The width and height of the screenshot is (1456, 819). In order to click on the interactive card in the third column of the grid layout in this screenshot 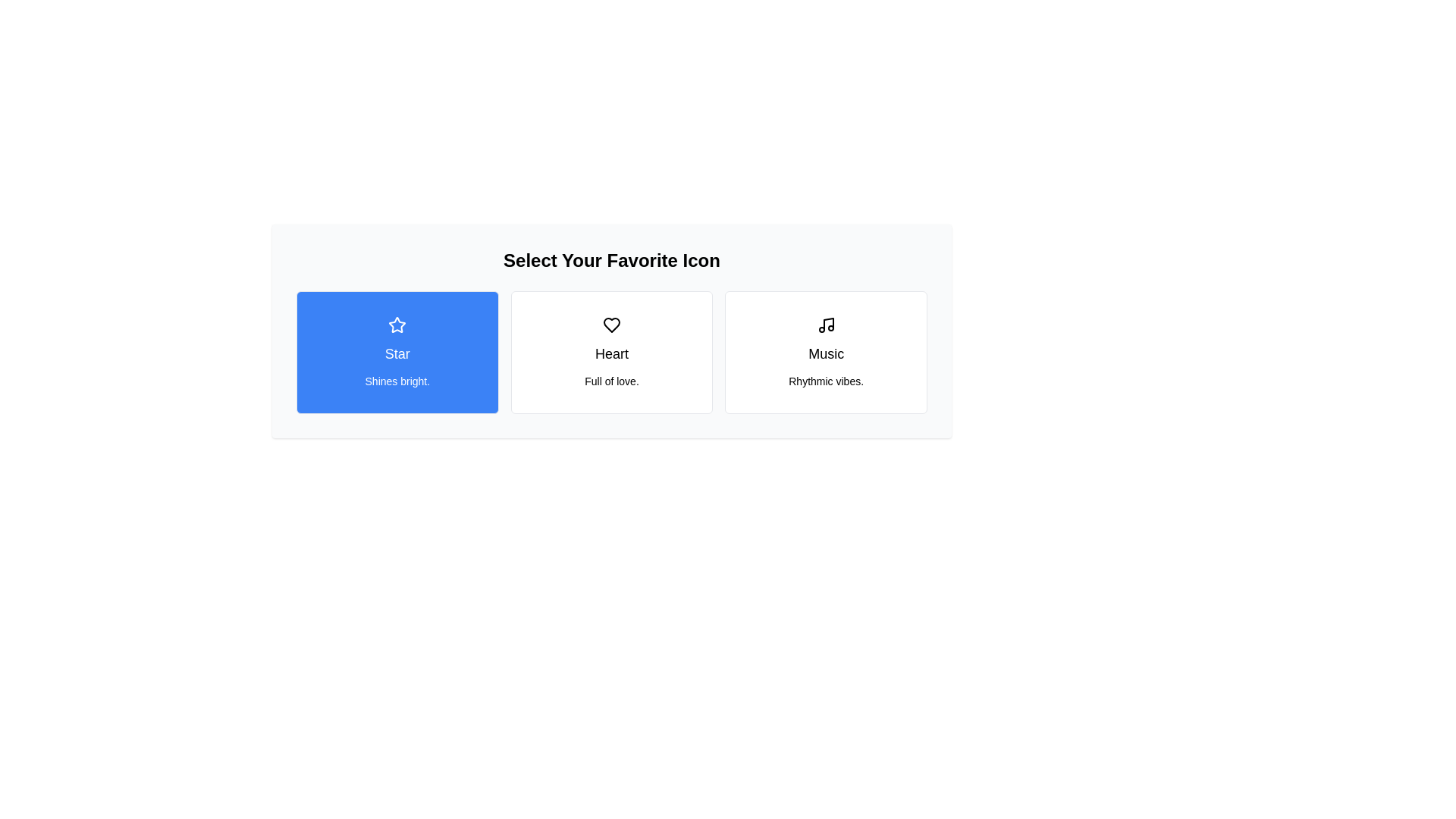, I will do `click(825, 353)`.